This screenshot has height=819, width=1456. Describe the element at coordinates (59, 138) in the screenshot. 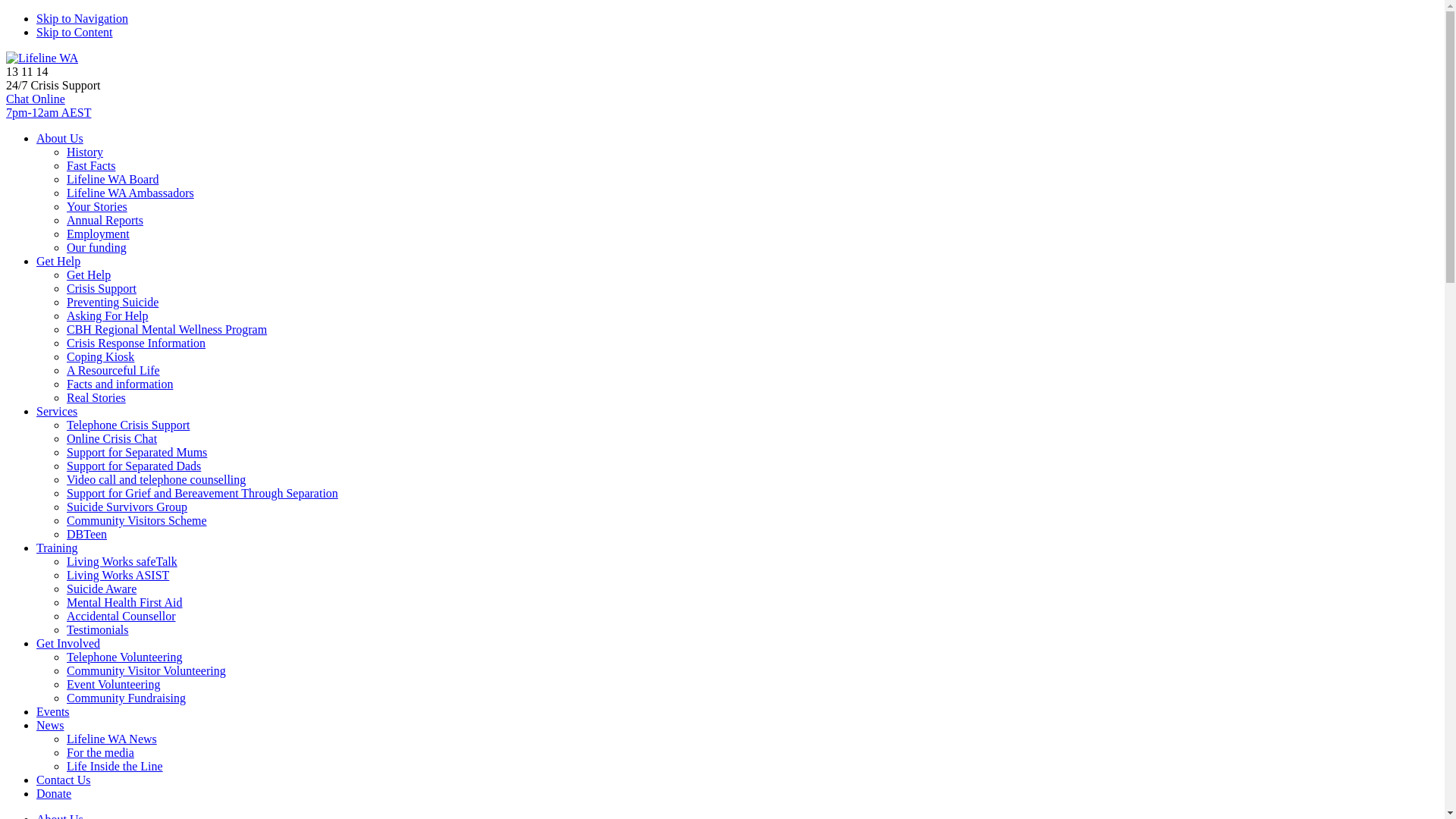

I see `'About Us'` at that location.